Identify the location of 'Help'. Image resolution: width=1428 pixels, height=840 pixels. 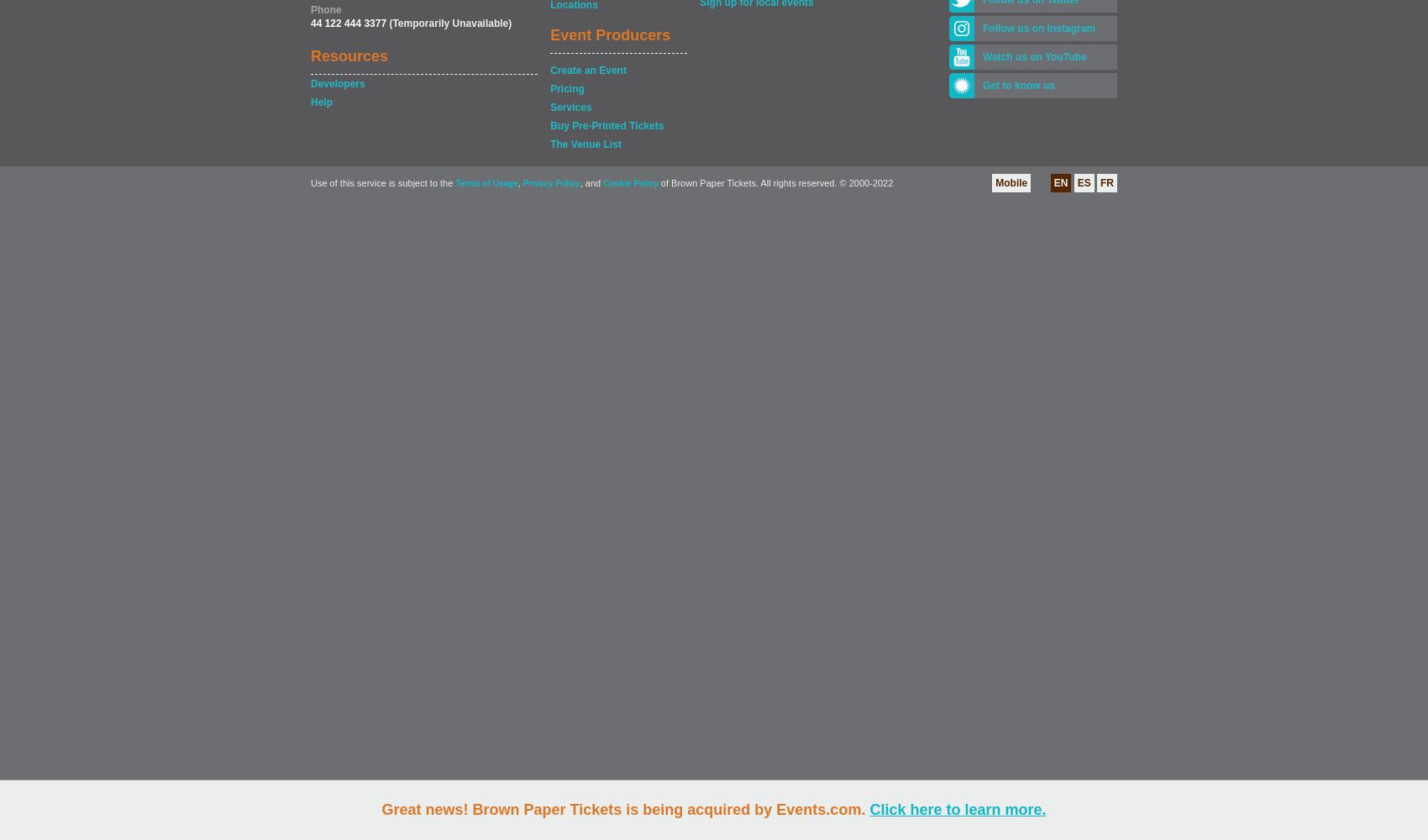
(321, 102).